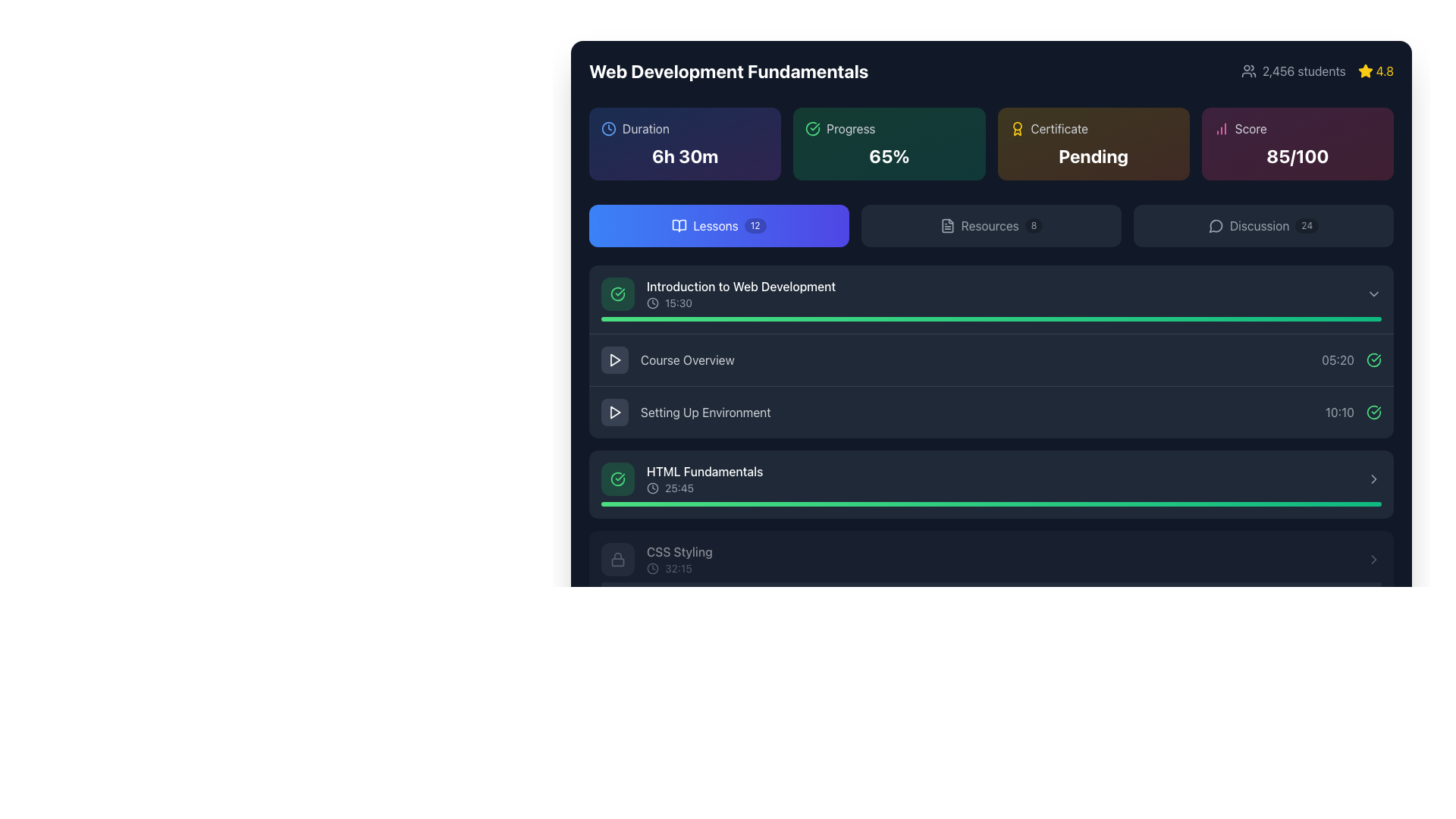 Image resolution: width=1456 pixels, height=819 pixels. I want to click on the Informational card, which is a rectangular card with a gradient background from green to emerald, featuring a check icon and text indicating 'Progress' and '65%'. It is the second card from the left in a row of four cards at the top of the interface, so click(889, 143).